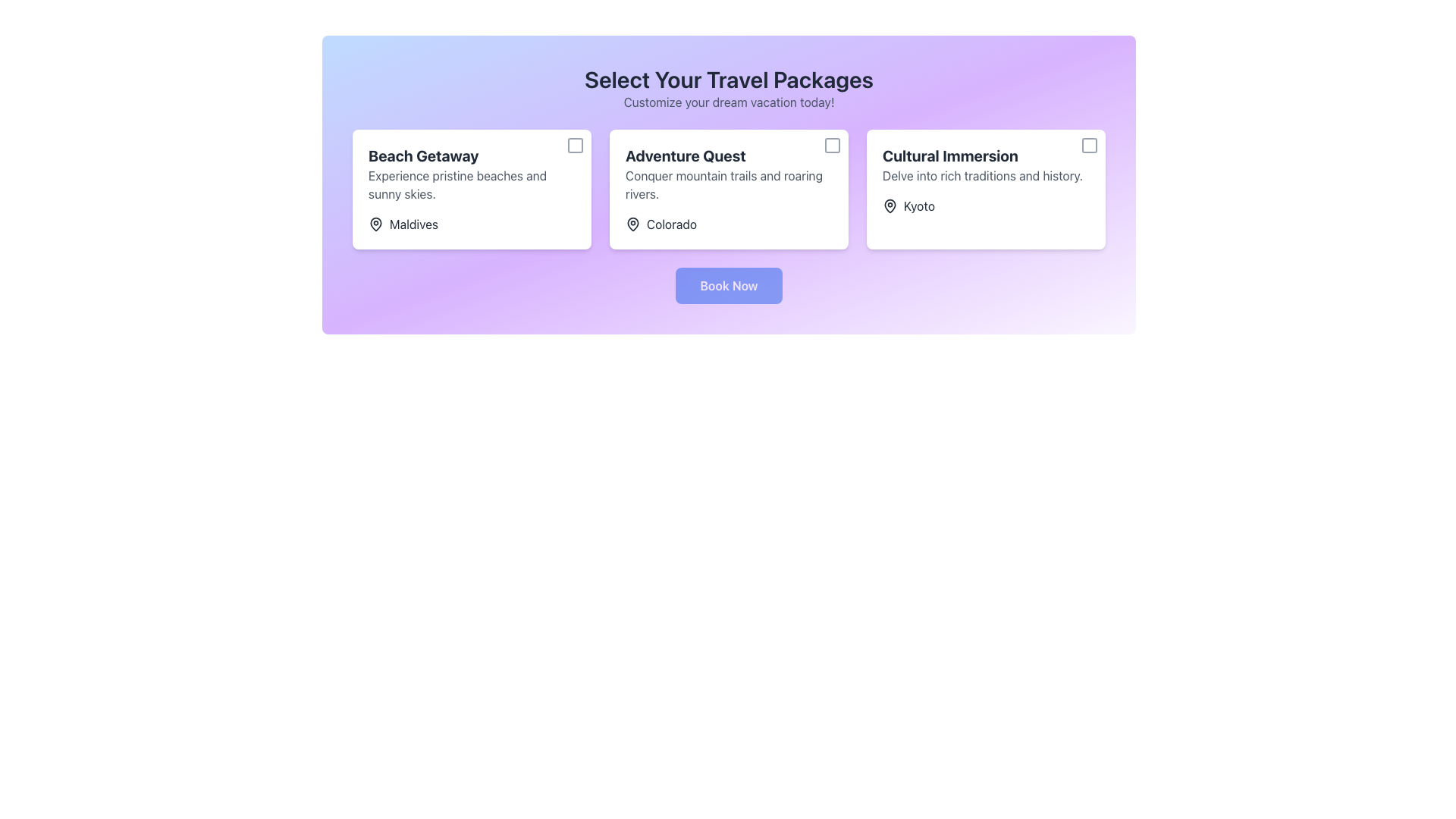  I want to click on the label that identifies the location 'Kyoto' next to the map pin icon in the 'Cultural Immersion' travel package card, so click(918, 206).